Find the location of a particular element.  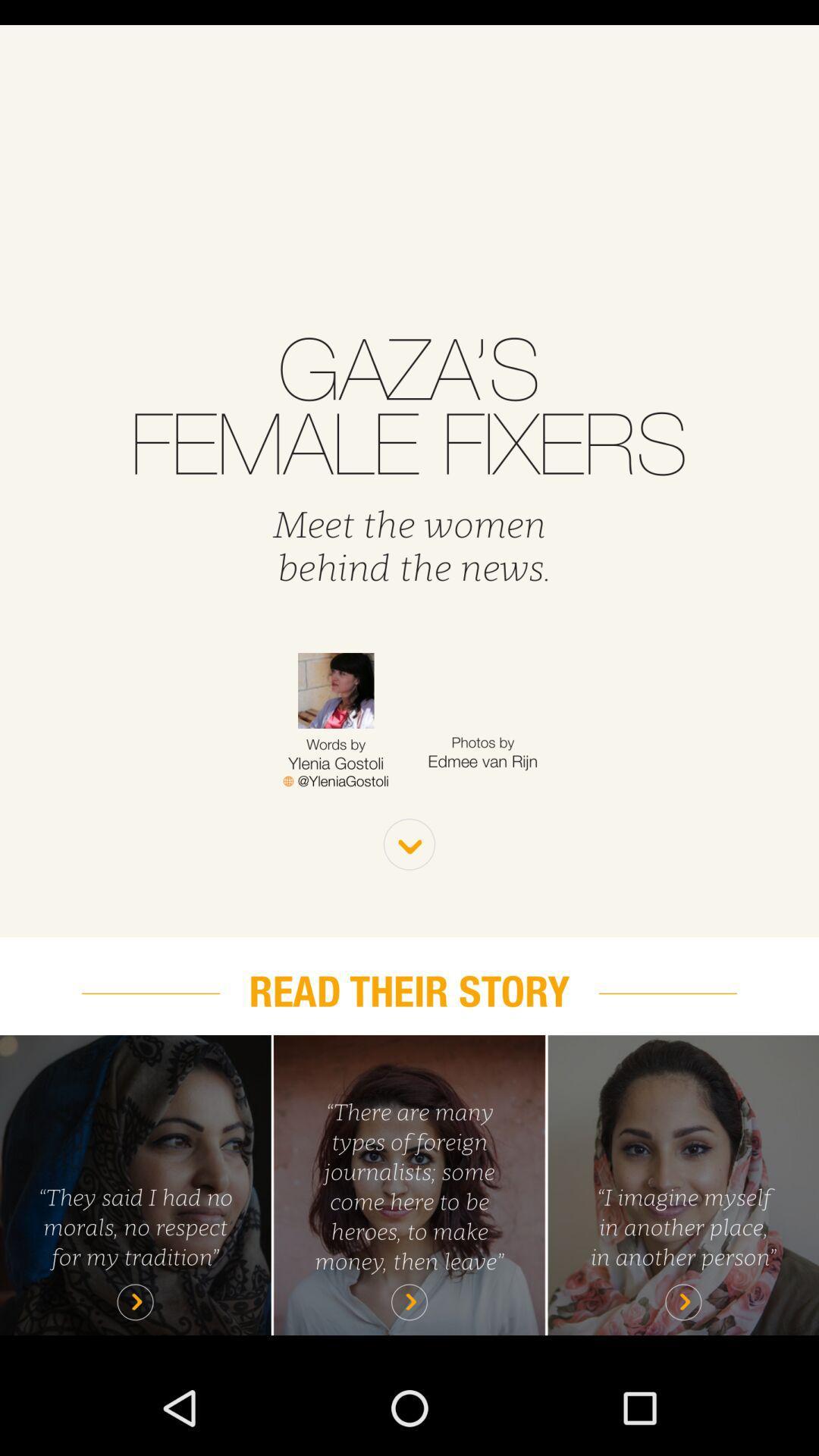

press down arrow is located at coordinates (409, 843).